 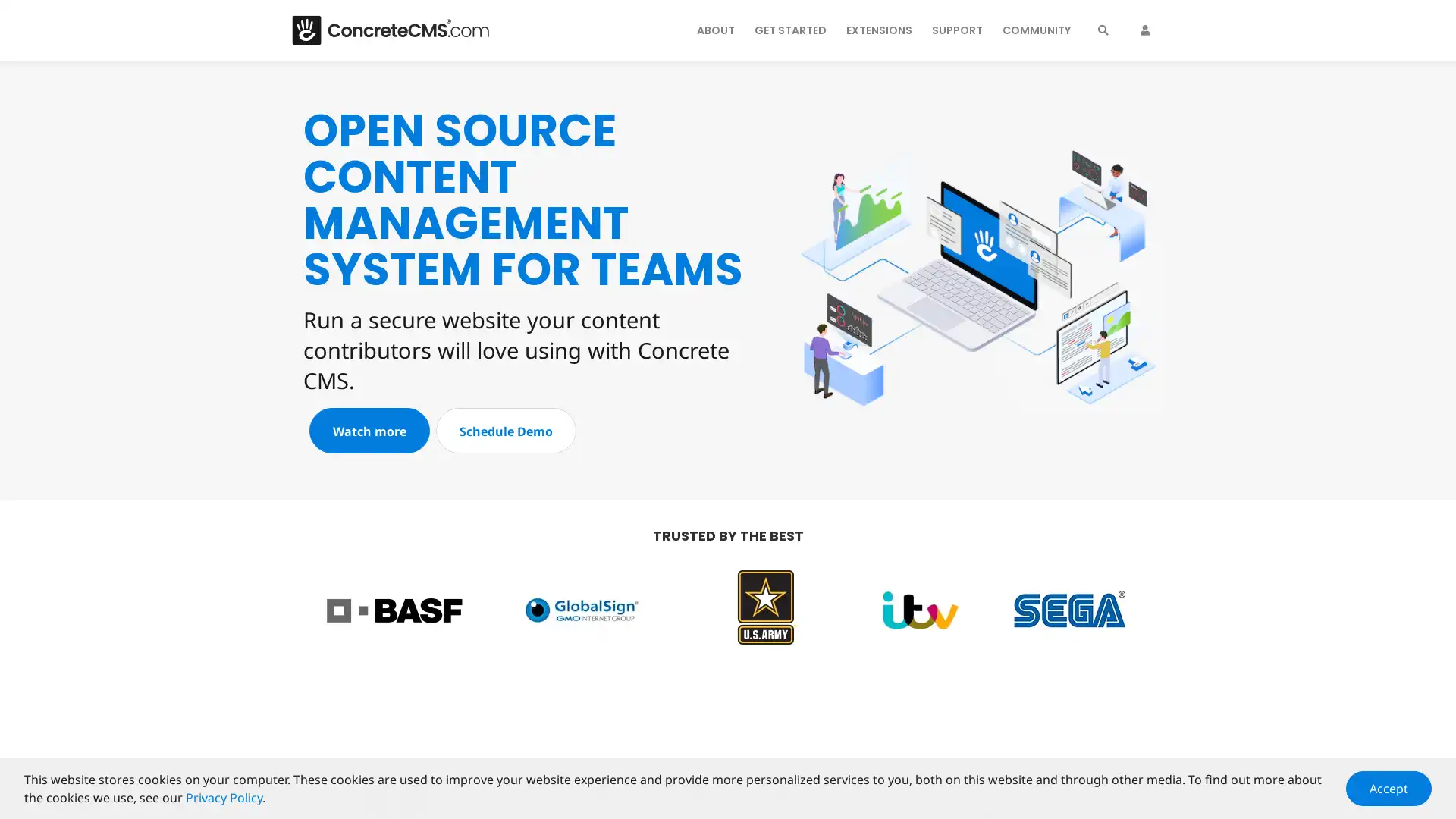 What do you see at coordinates (1389, 788) in the screenshot?
I see `Accept` at bounding box center [1389, 788].